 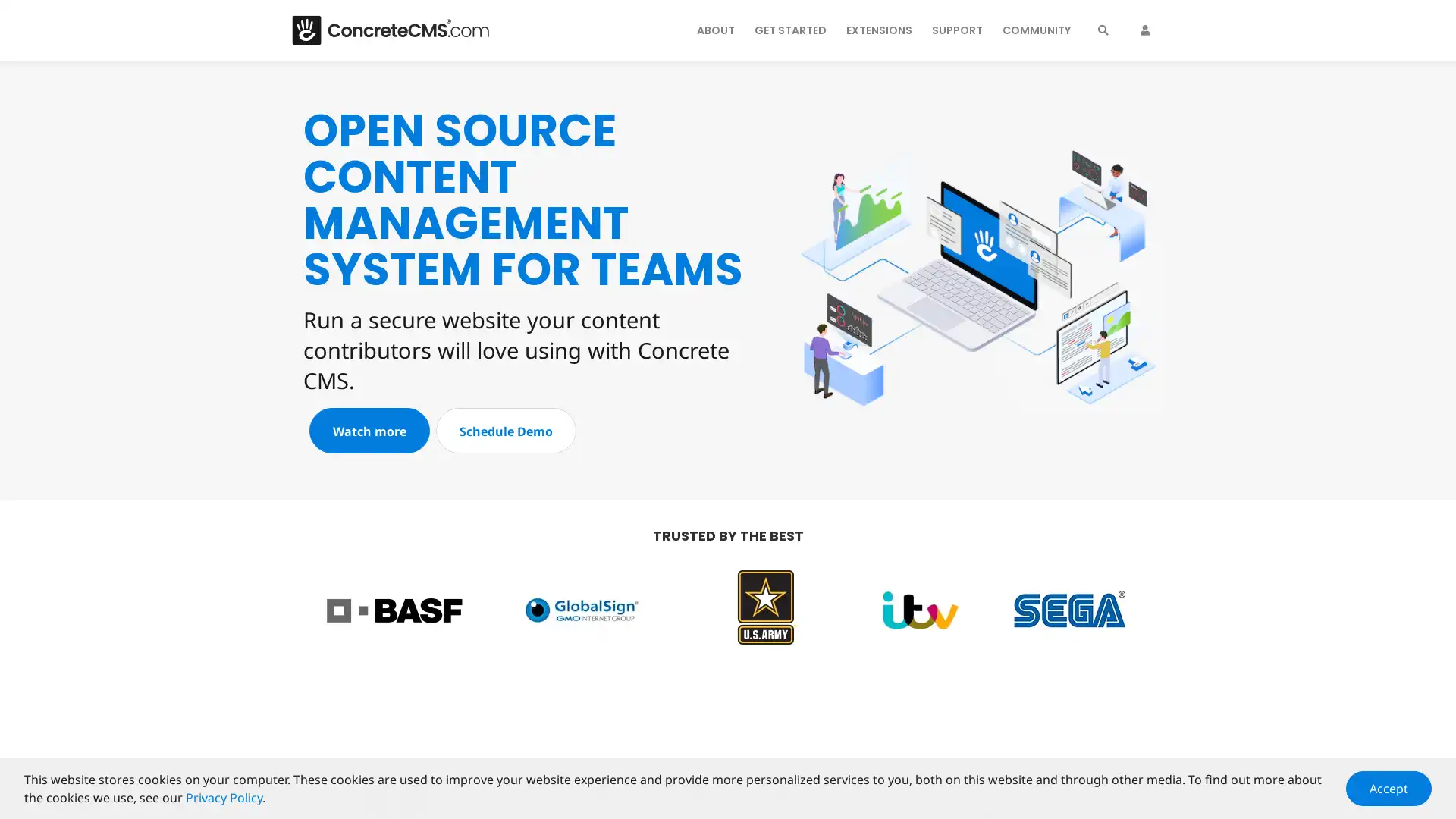 What do you see at coordinates (1389, 788) in the screenshot?
I see `Accept` at bounding box center [1389, 788].